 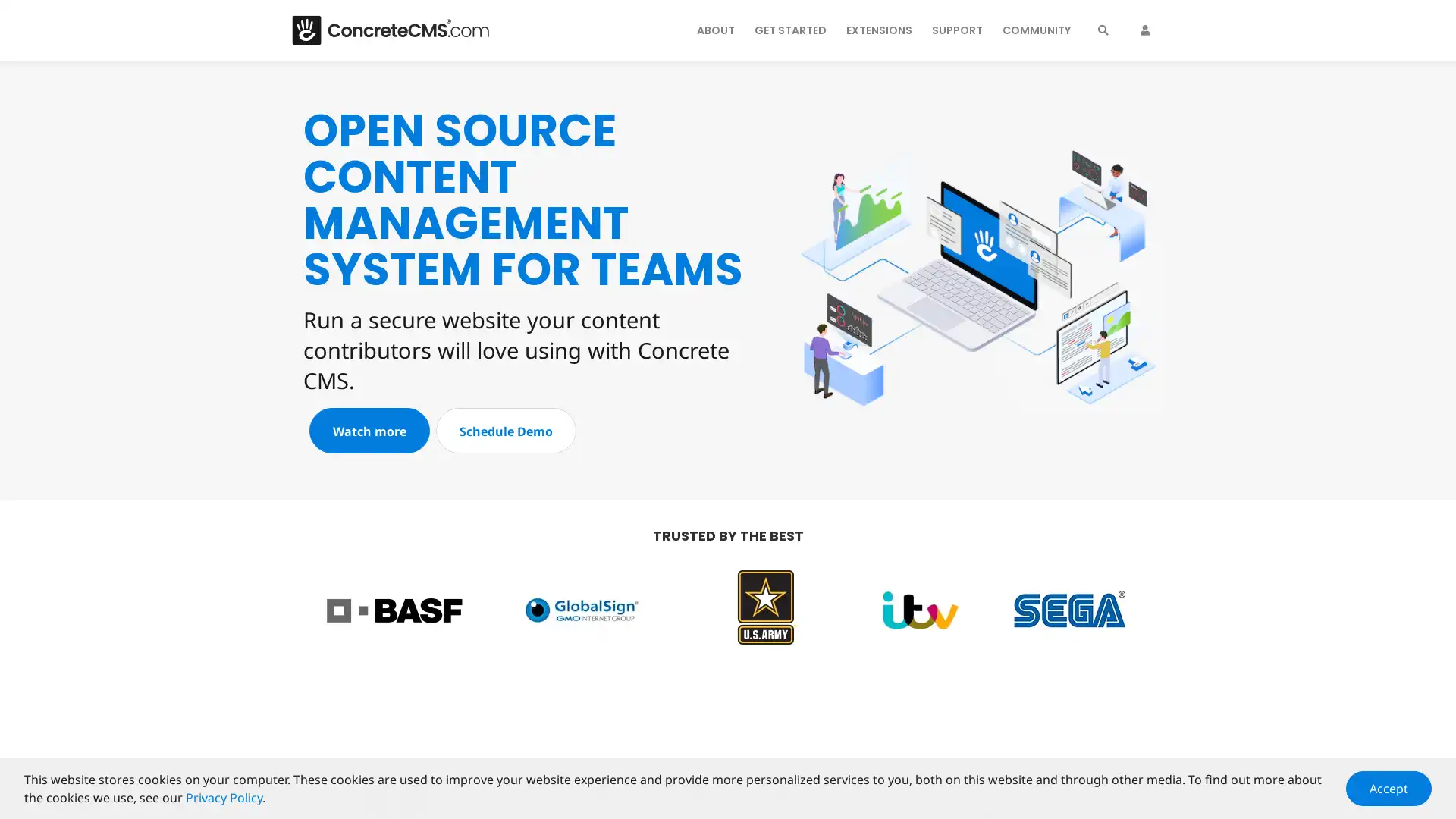 What do you see at coordinates (1389, 788) in the screenshot?
I see `Accept` at bounding box center [1389, 788].